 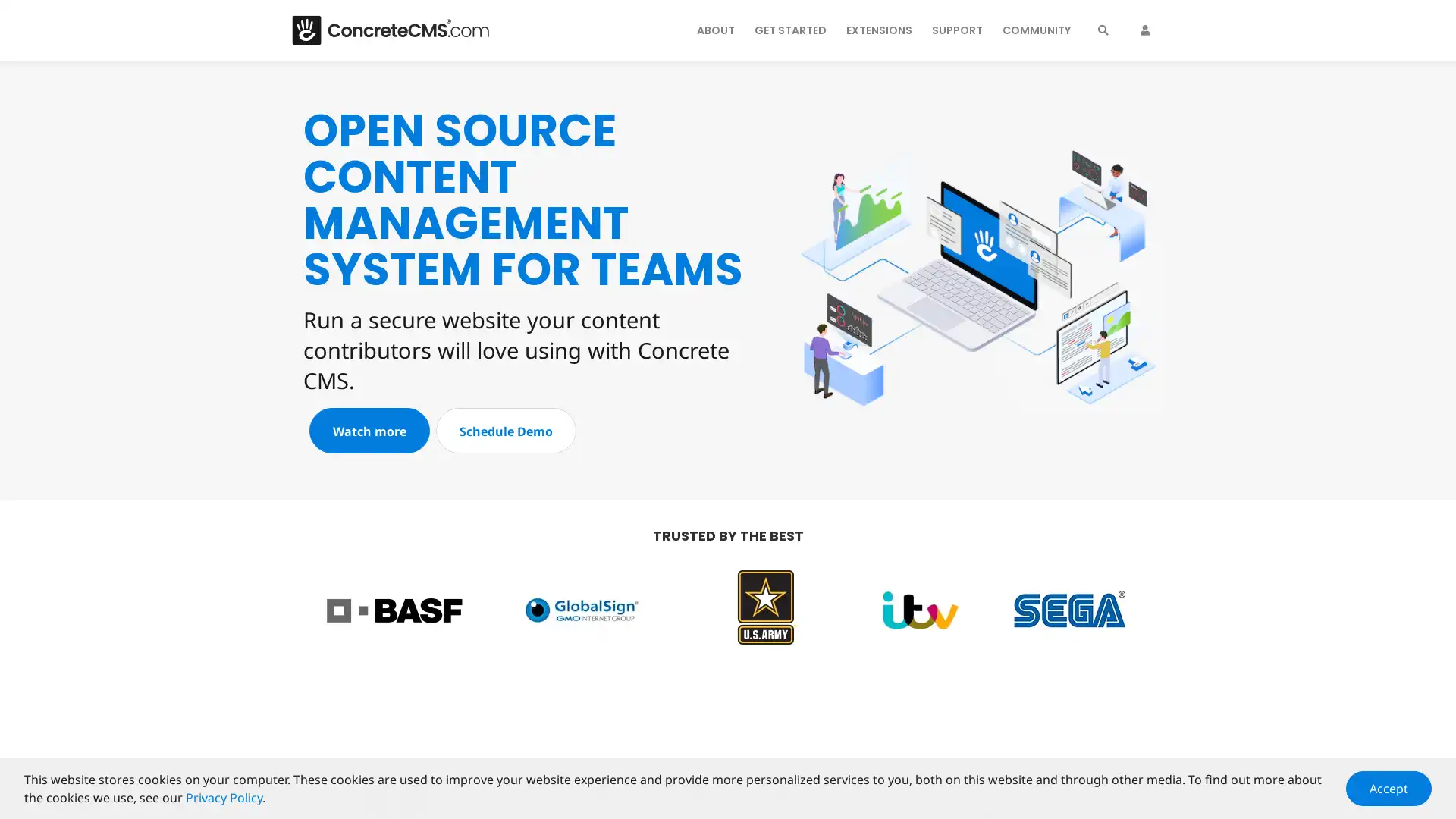 What do you see at coordinates (1389, 788) in the screenshot?
I see `Accept` at bounding box center [1389, 788].